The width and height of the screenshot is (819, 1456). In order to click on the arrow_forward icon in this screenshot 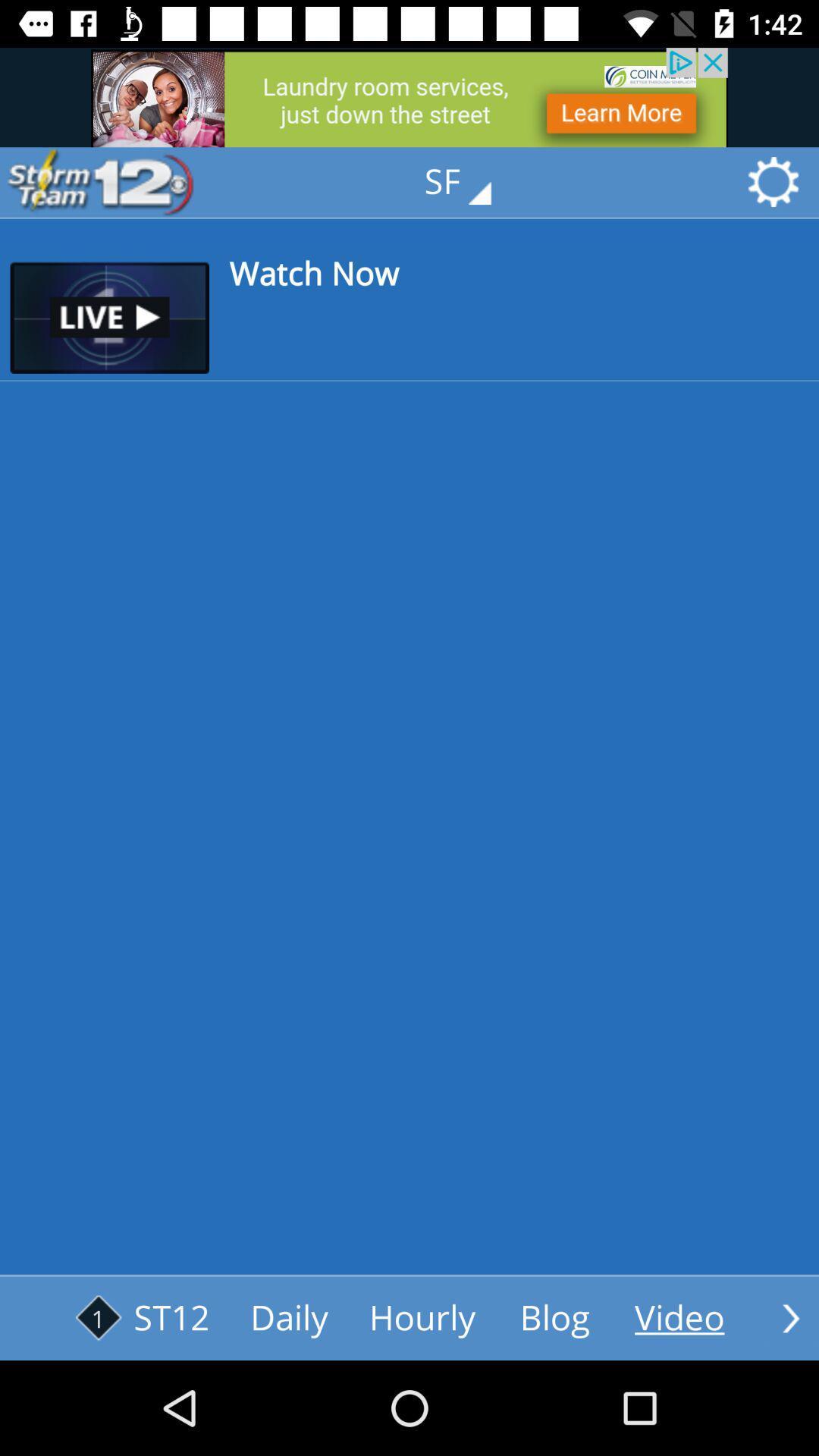, I will do `click(790, 1317)`.